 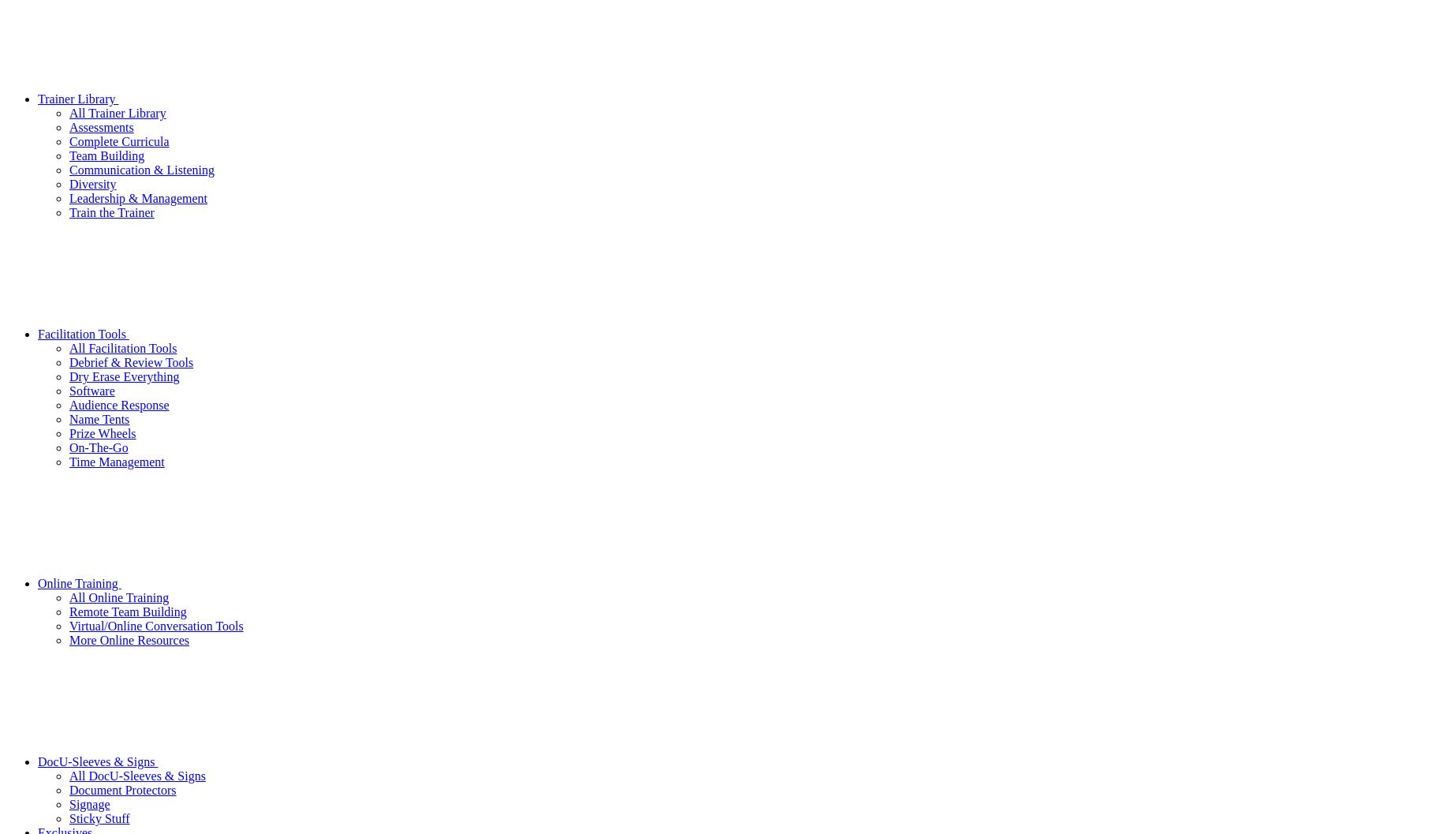 What do you see at coordinates (131, 361) in the screenshot?
I see `'Debrief & Review Tools'` at bounding box center [131, 361].